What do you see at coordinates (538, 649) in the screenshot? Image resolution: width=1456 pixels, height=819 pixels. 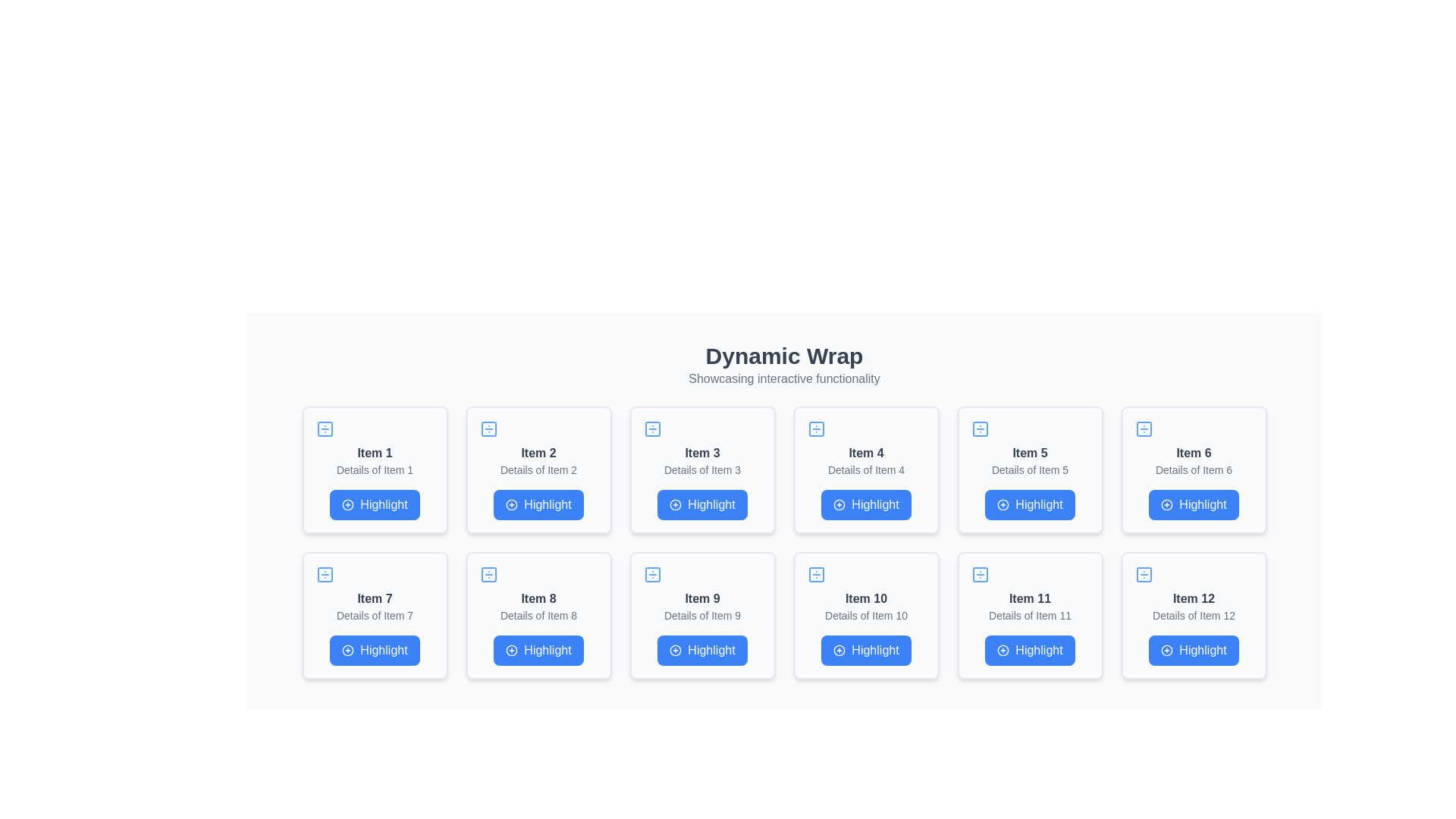 I see `the 'Highlight' button with a blue background and white text, which is located in the panel for 'Item 8' and features a circular plus icon` at bounding box center [538, 649].